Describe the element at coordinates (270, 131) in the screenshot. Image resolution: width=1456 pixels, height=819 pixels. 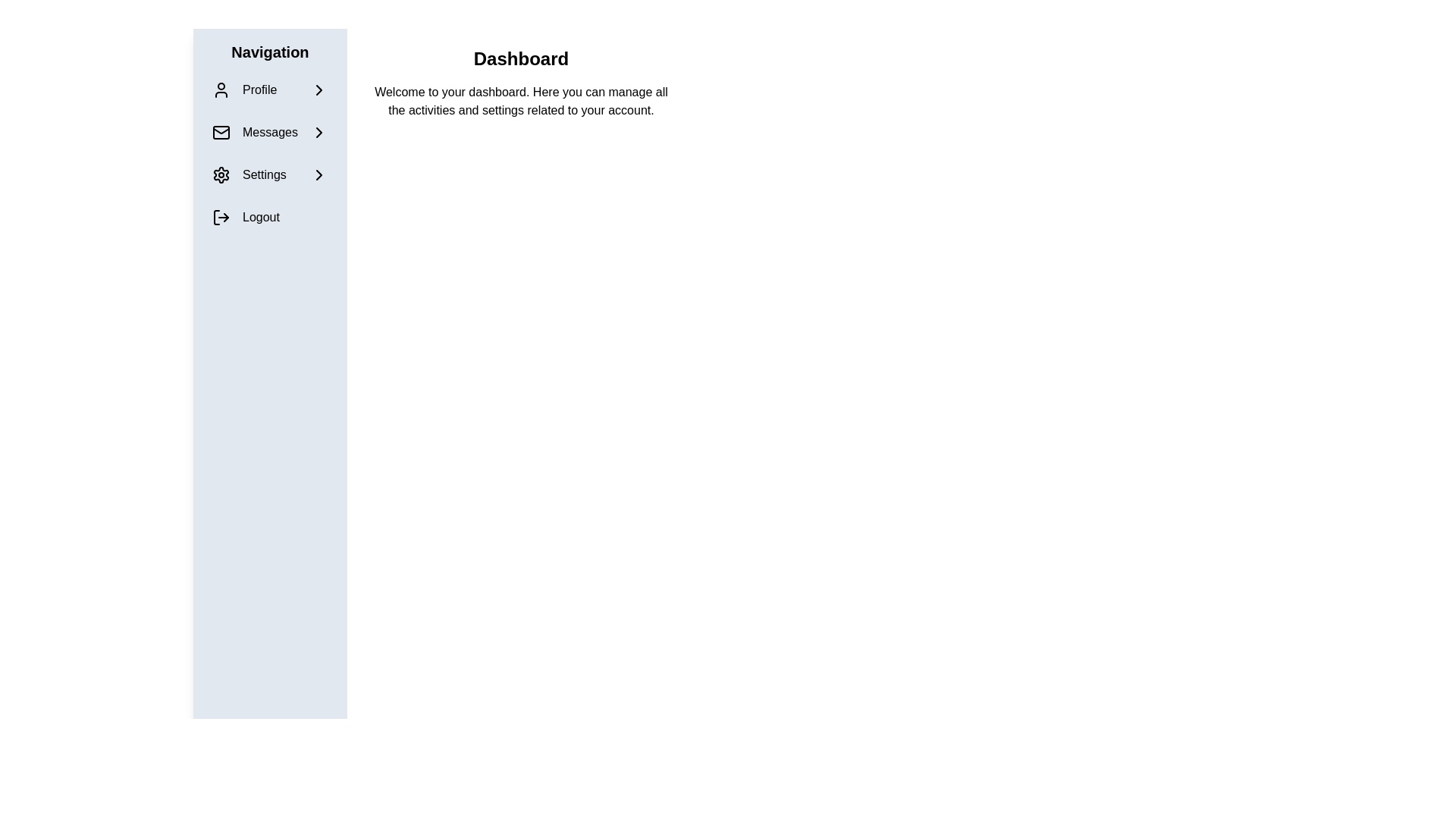
I see `the 'Messages' menu option, which is the second item in the navigation menu, located below 'Profile' and above 'Settings', featuring an envelope icon and aligned text` at that location.